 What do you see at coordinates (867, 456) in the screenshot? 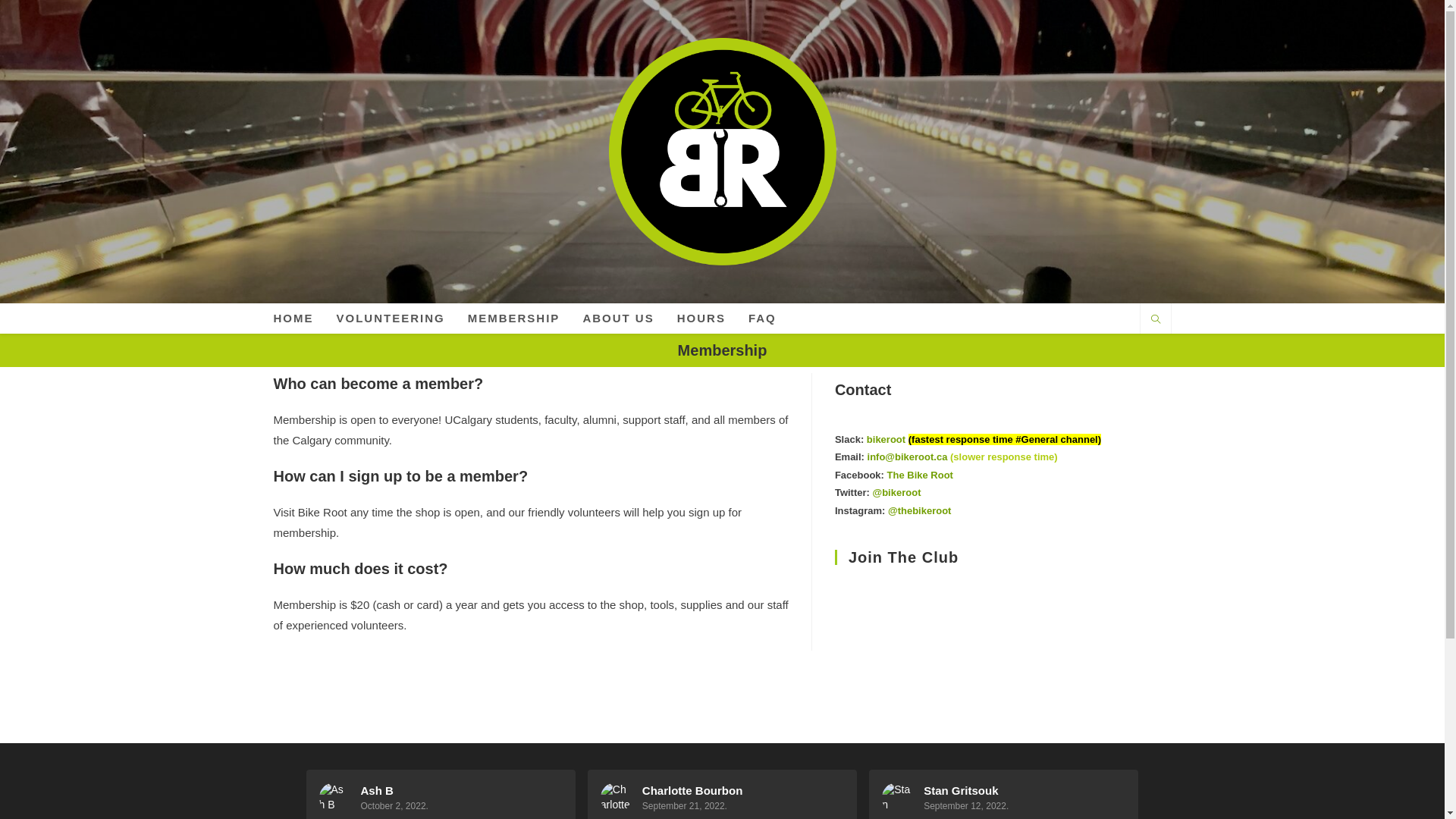
I see `'info@bikeroot.ca'` at bounding box center [867, 456].